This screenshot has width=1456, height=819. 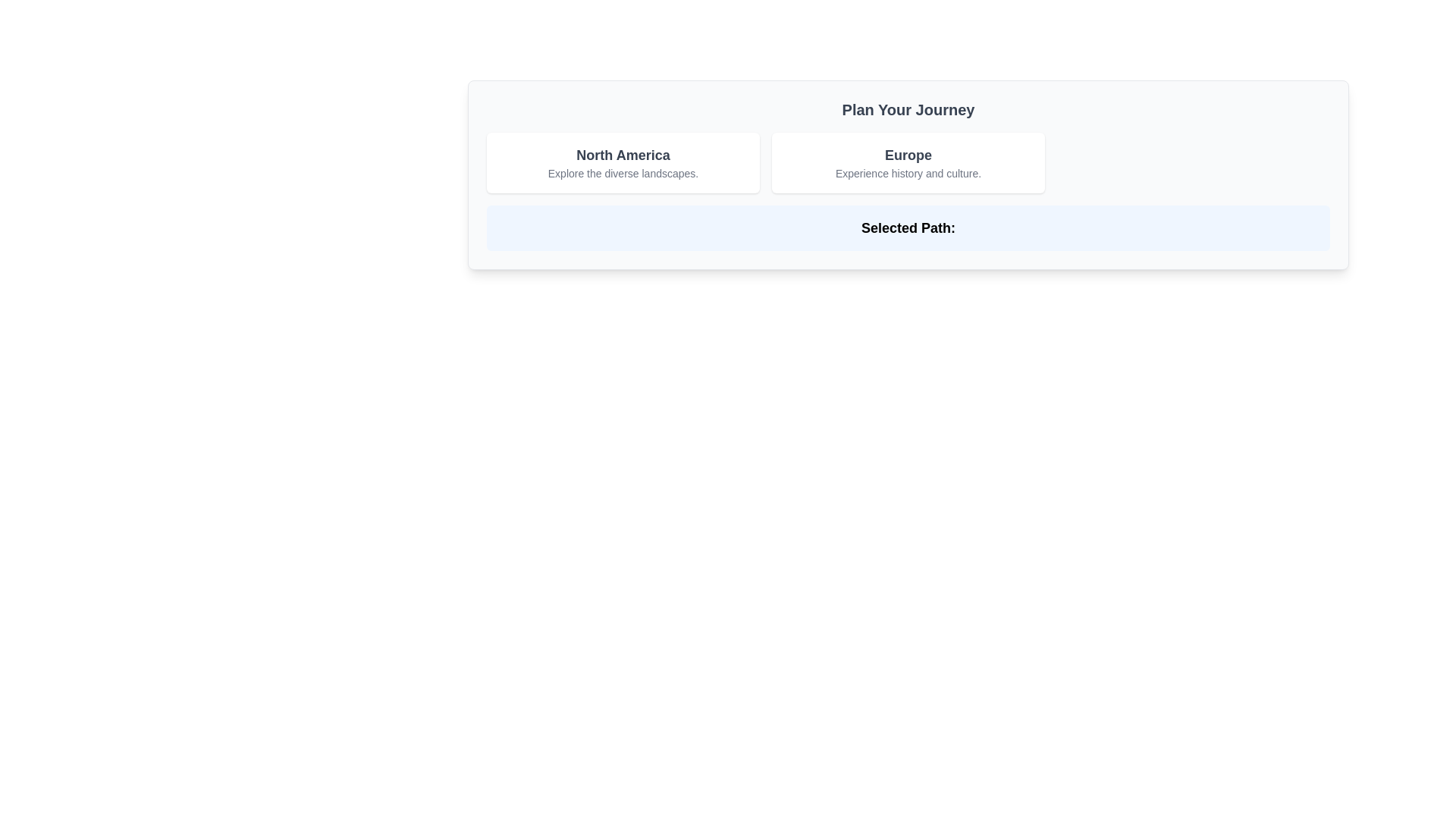 I want to click on text content of the bold 'Europe' label, which is positioned at the top center of a white card with rounded corners, so click(x=908, y=155).